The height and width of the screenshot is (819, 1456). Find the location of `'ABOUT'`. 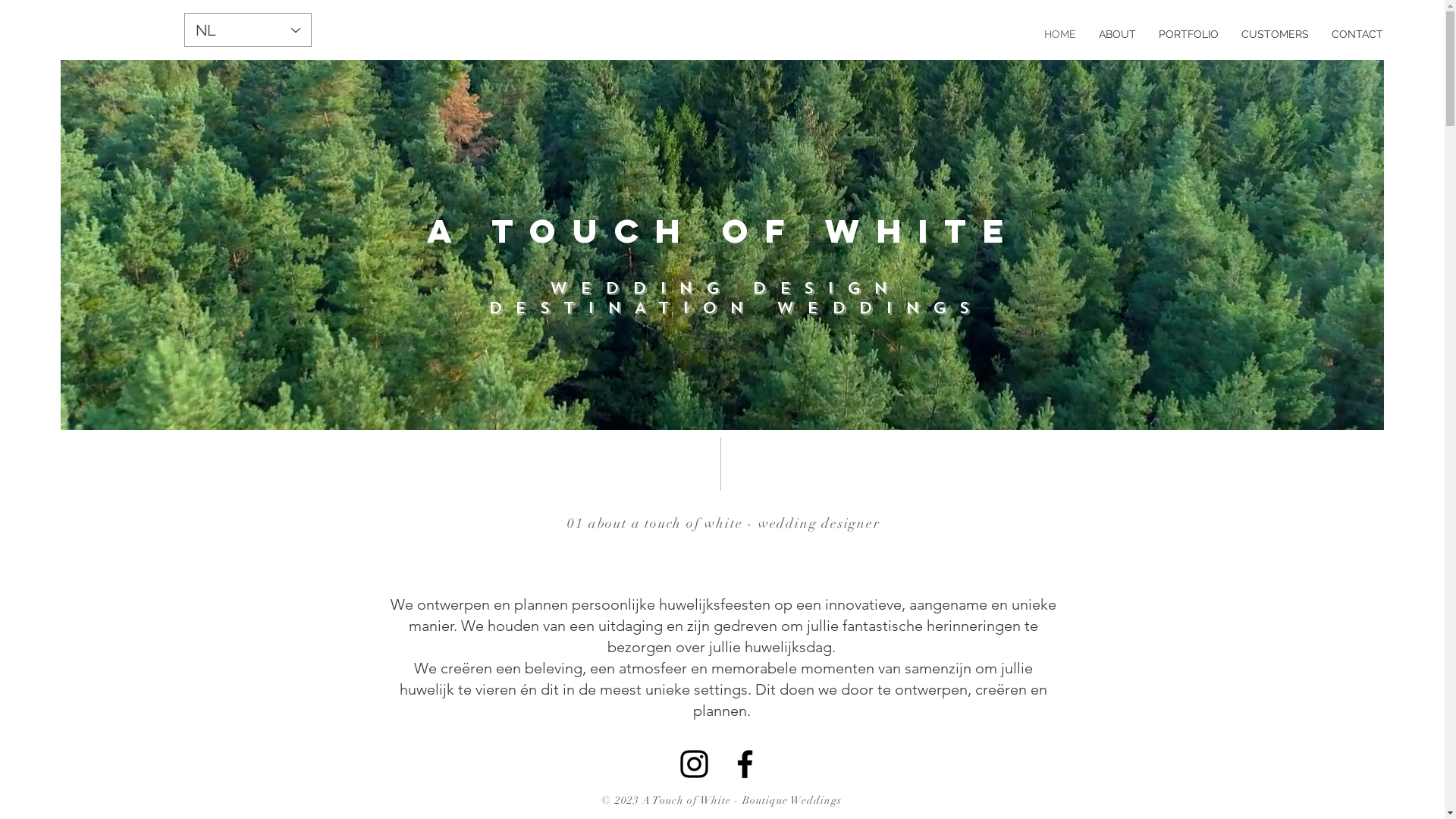

'ABOUT' is located at coordinates (1117, 34).